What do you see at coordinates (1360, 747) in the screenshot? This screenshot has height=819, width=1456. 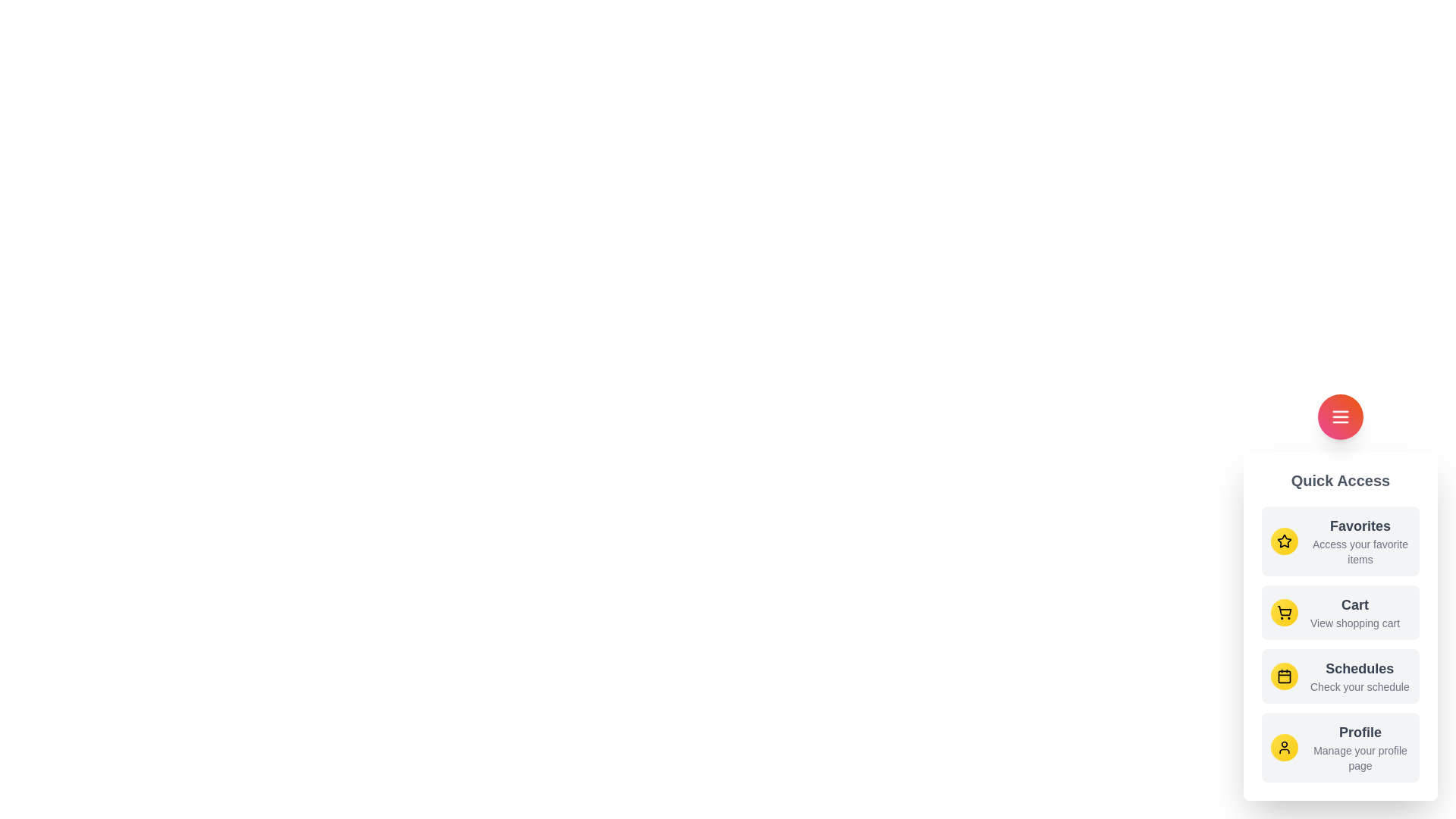 I see `the 'Profile' option in the speed dial menu` at bounding box center [1360, 747].